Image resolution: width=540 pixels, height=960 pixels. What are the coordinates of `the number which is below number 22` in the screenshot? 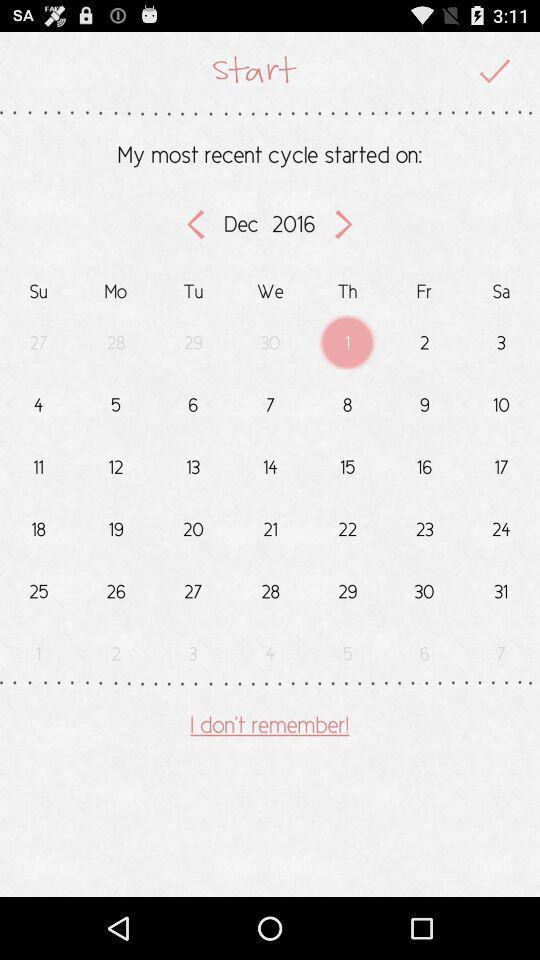 It's located at (346, 587).